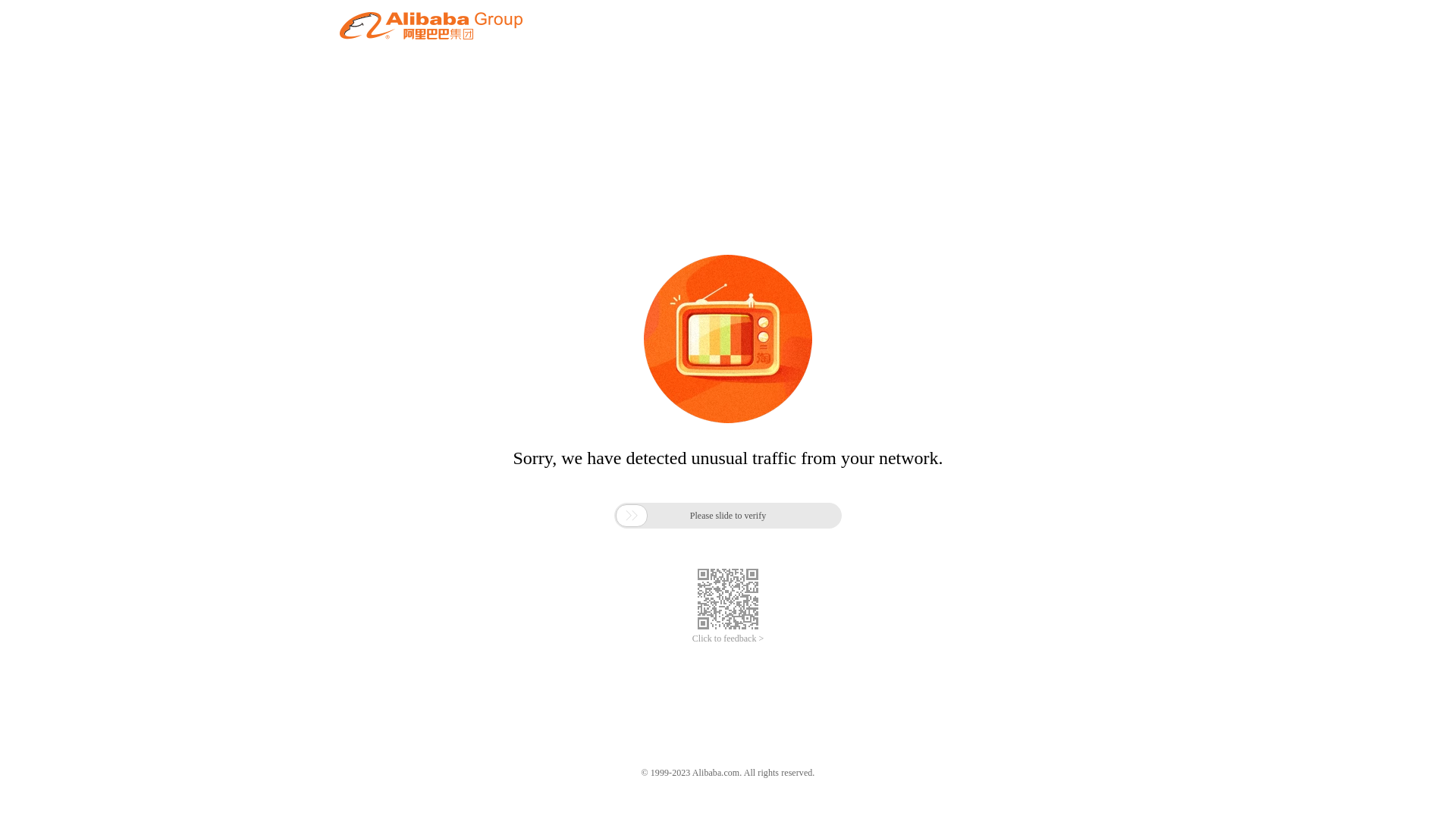 The height and width of the screenshot is (819, 1456). I want to click on 'Click to feedback >', so click(728, 639).